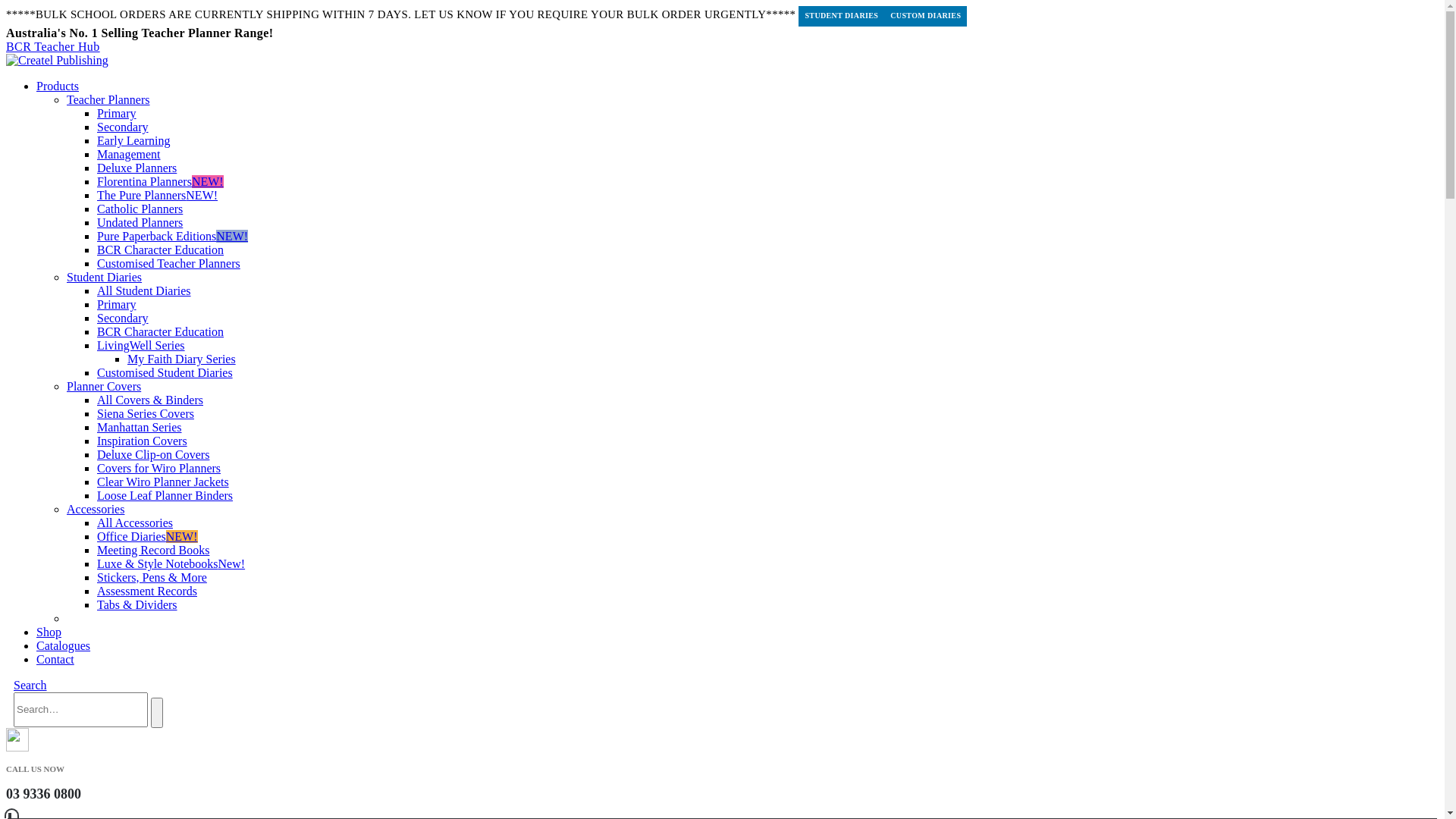  What do you see at coordinates (181, 359) in the screenshot?
I see `'My Faith Diary Series'` at bounding box center [181, 359].